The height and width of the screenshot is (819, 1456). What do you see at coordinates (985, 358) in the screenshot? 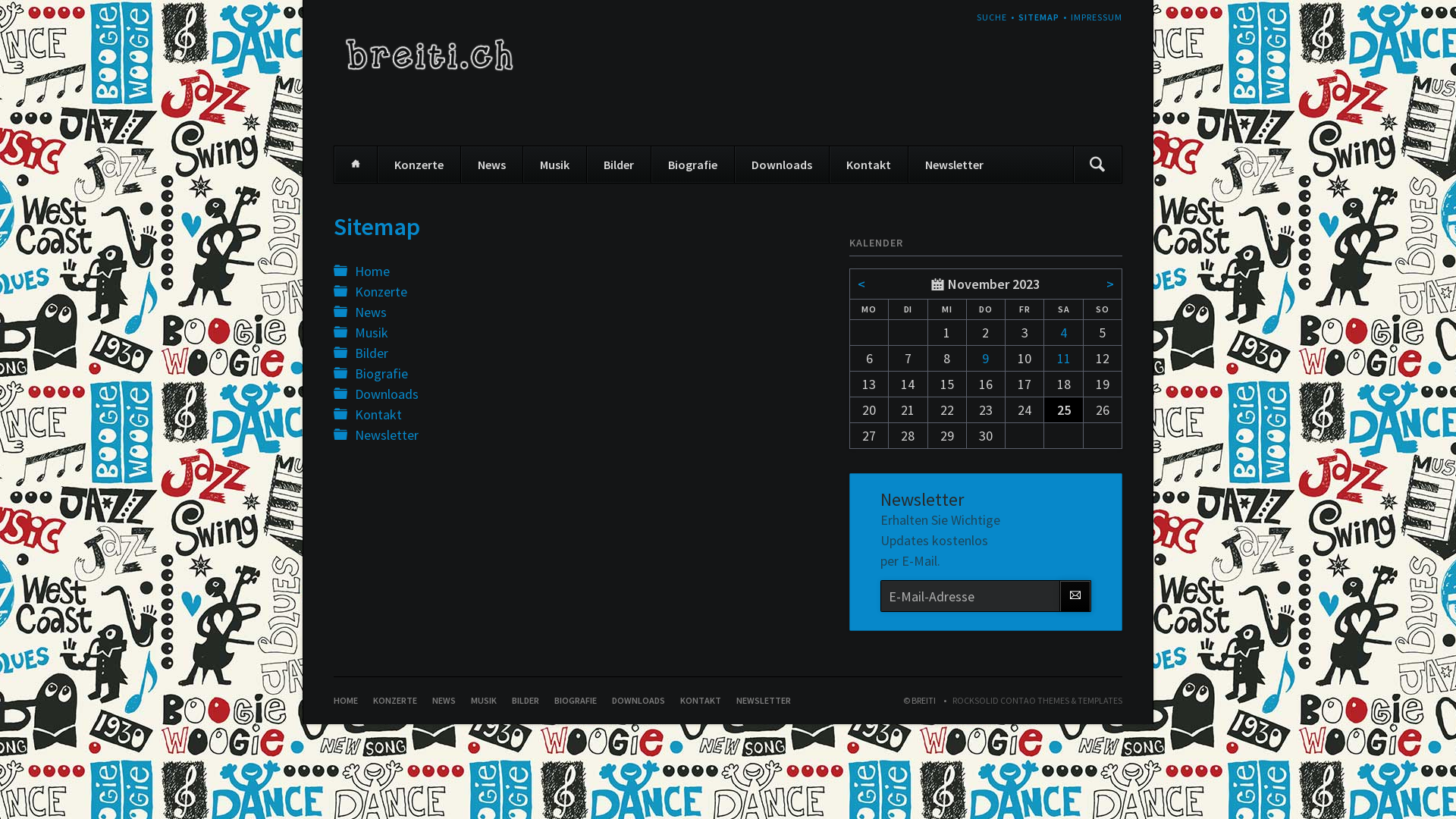
I see `'9'` at bounding box center [985, 358].